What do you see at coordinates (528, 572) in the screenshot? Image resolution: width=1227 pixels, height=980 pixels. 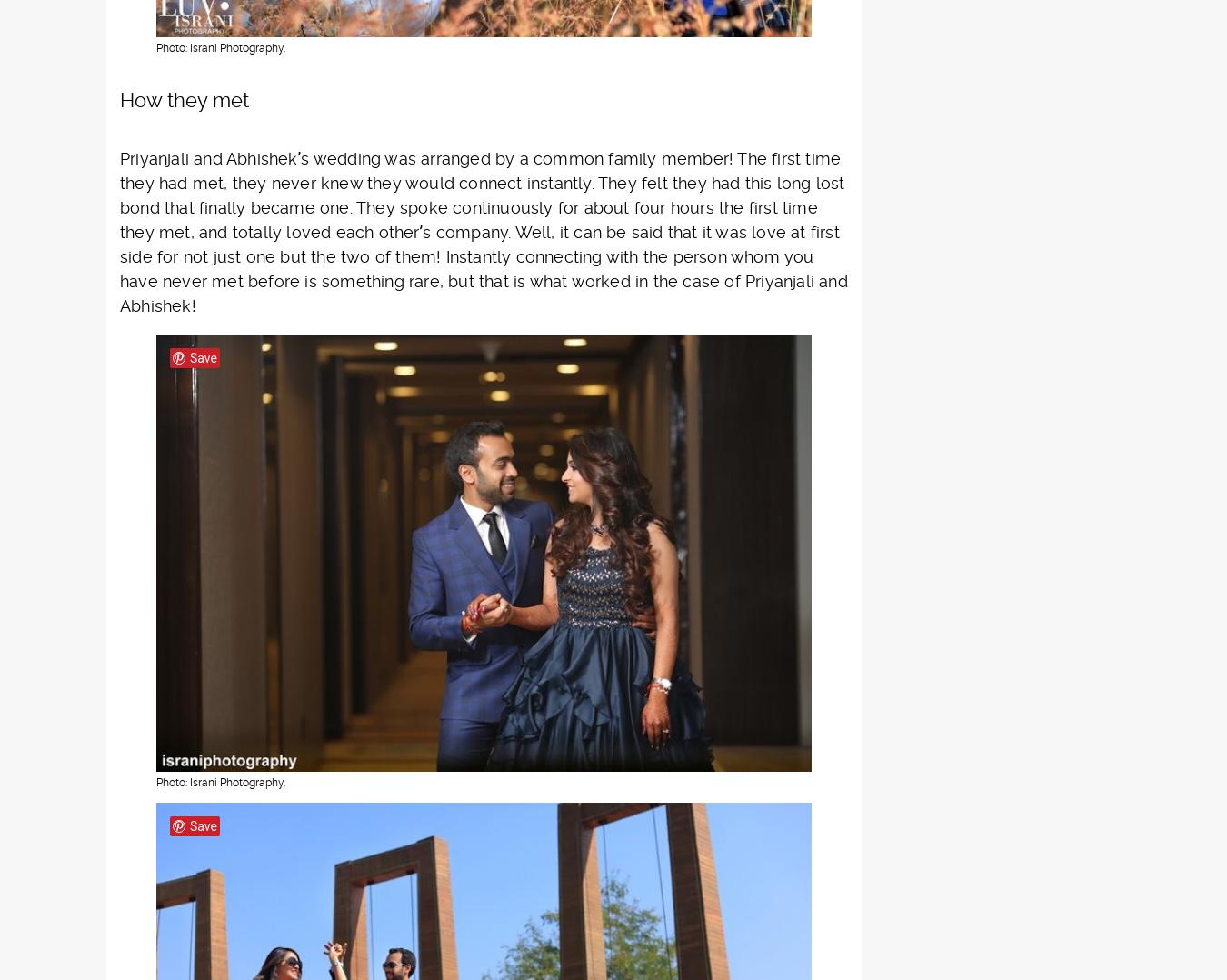 I see `'Happy Frames Photography.'` at bounding box center [528, 572].